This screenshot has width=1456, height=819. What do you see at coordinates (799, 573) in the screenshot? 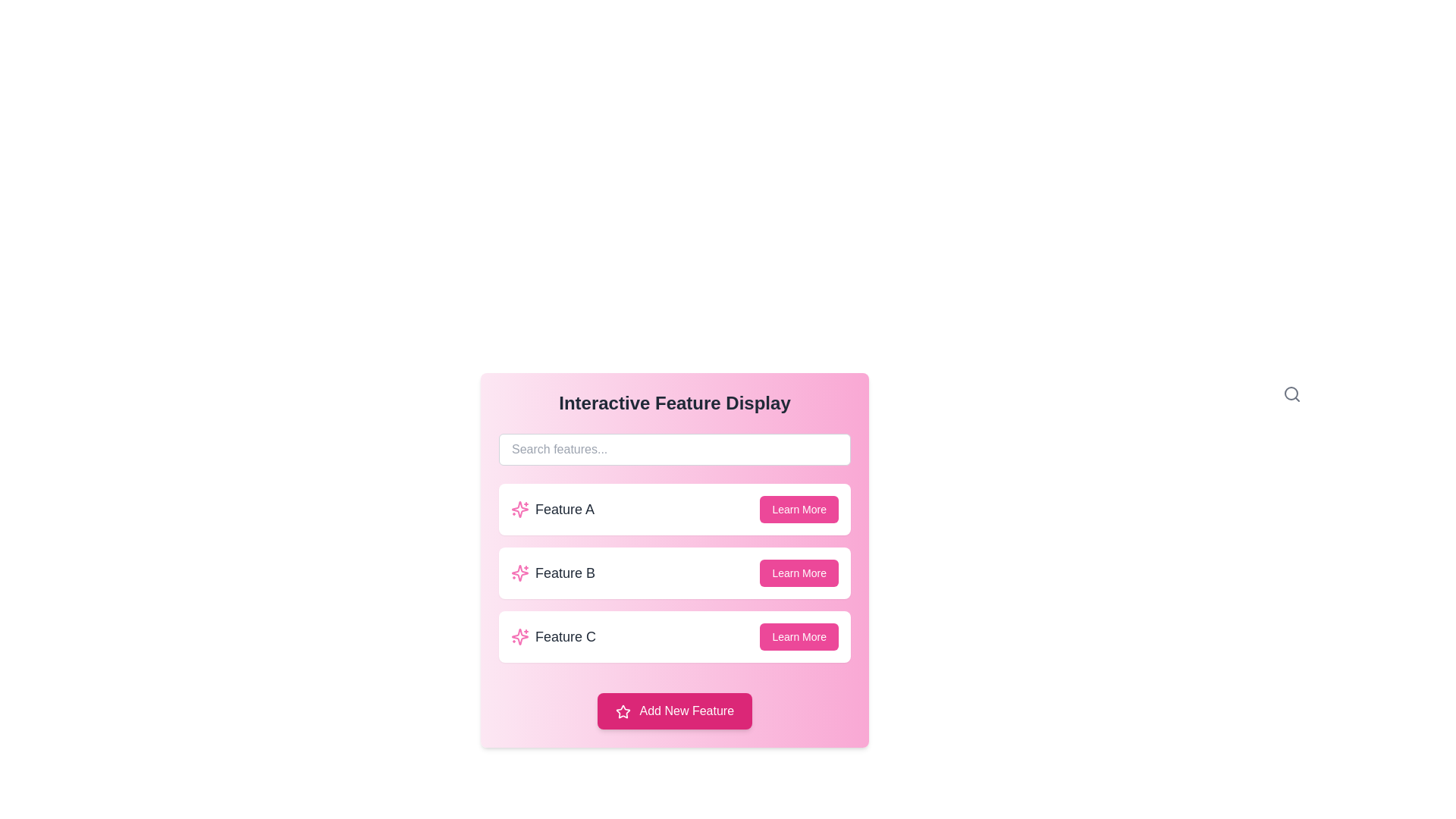
I see `the button located at the top-right corner of the middle card, adjacent to the text 'Feature B'` at bounding box center [799, 573].